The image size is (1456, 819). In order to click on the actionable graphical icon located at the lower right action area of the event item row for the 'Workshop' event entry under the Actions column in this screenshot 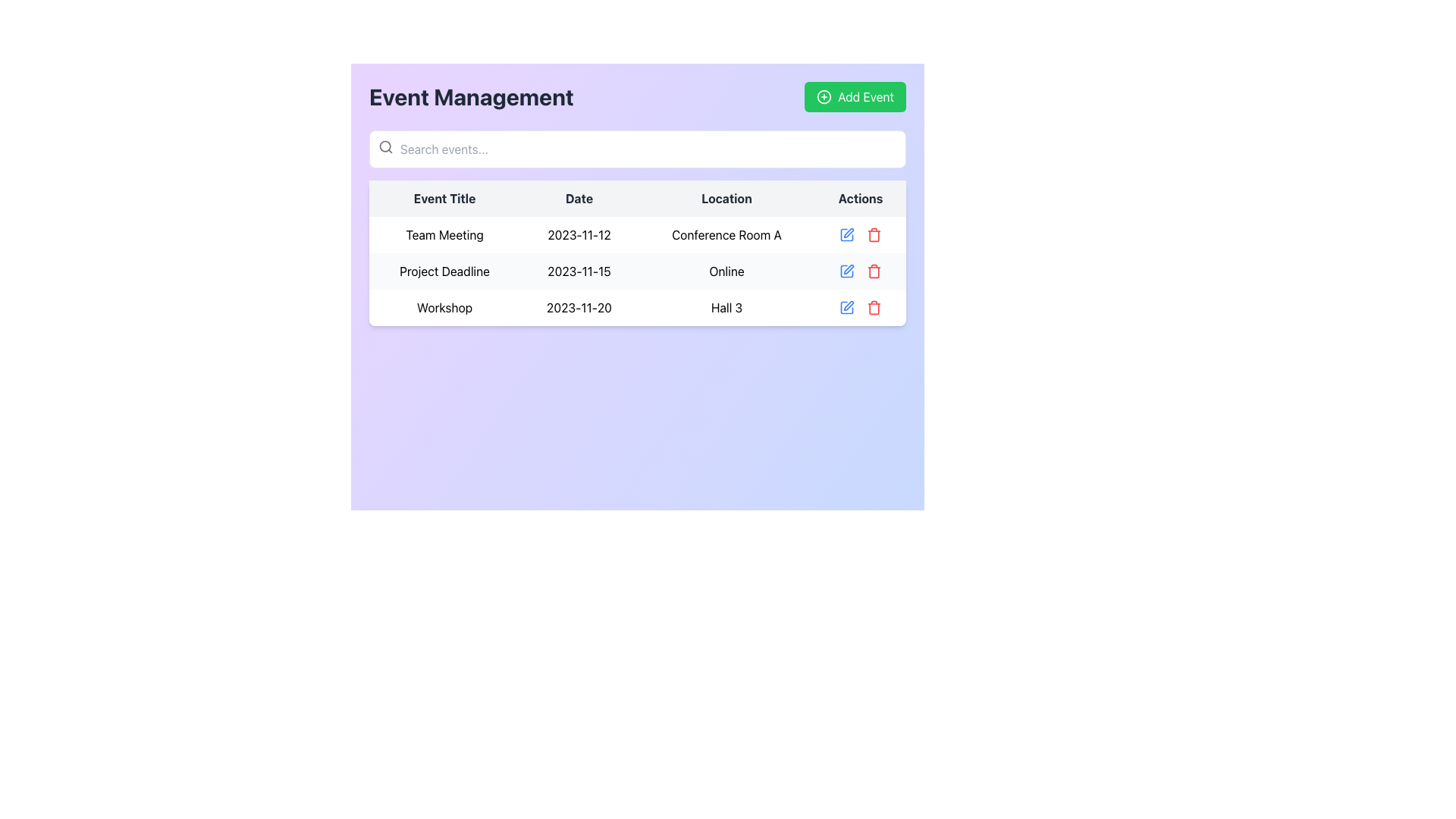, I will do `click(846, 307)`.